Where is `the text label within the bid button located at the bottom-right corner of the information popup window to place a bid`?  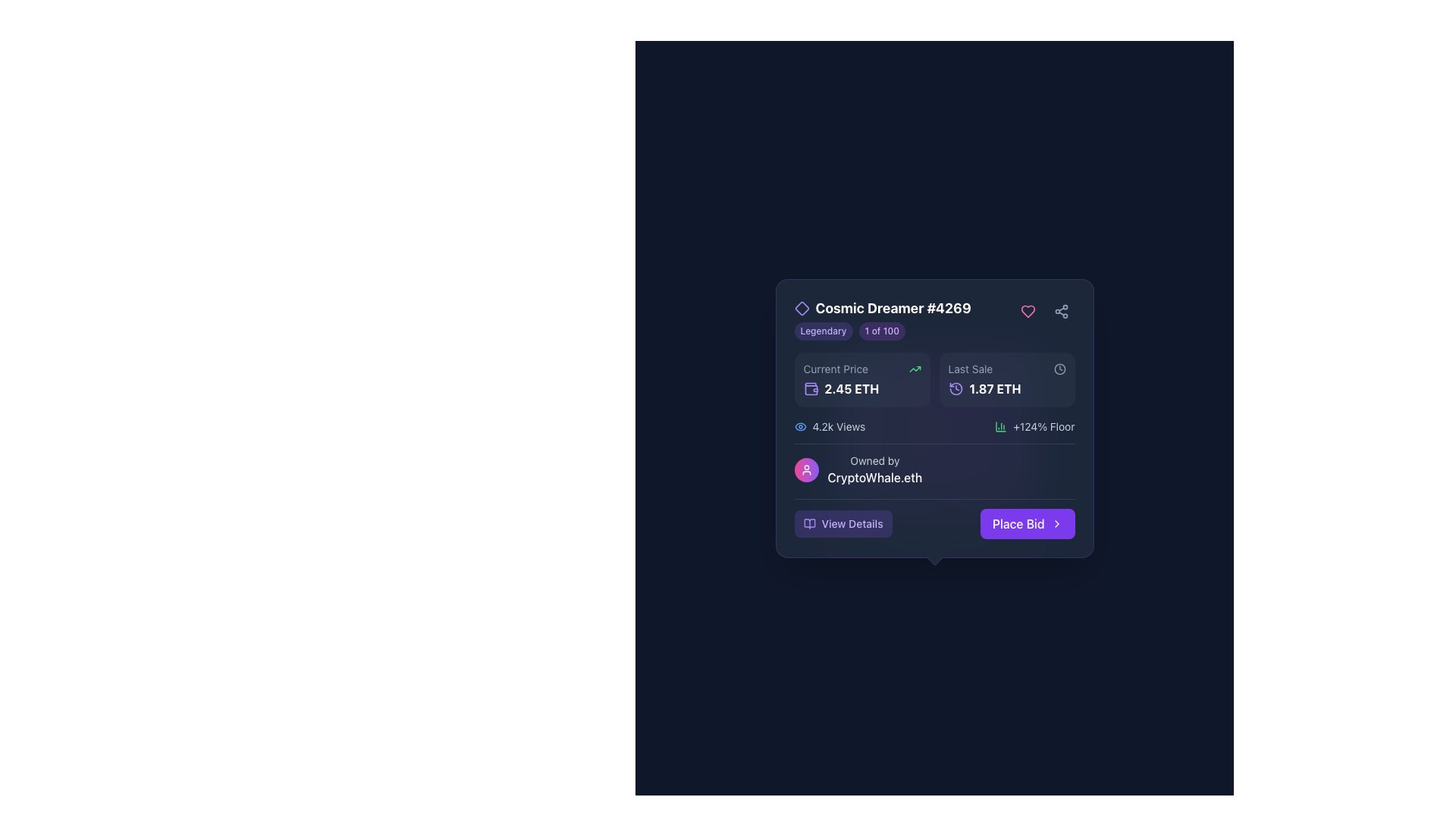
the text label within the bid button located at the bottom-right corner of the information popup window to place a bid is located at coordinates (1018, 522).